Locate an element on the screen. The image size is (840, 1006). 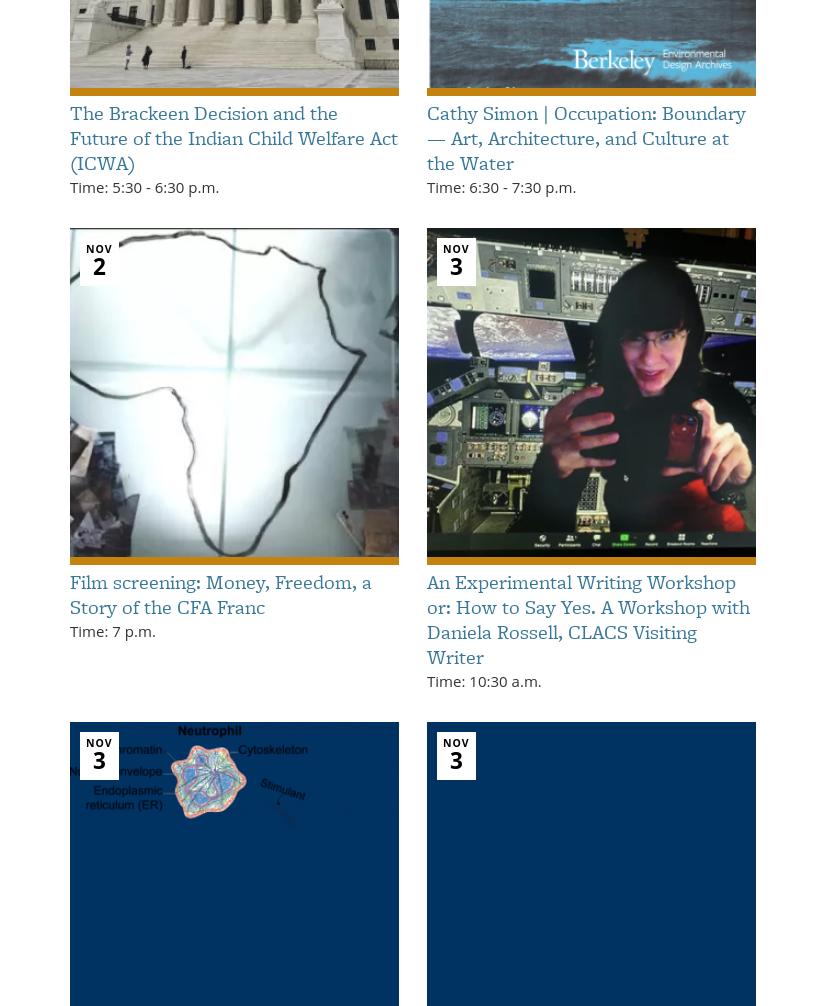
'Time: 7 p.m.' is located at coordinates (112, 629).